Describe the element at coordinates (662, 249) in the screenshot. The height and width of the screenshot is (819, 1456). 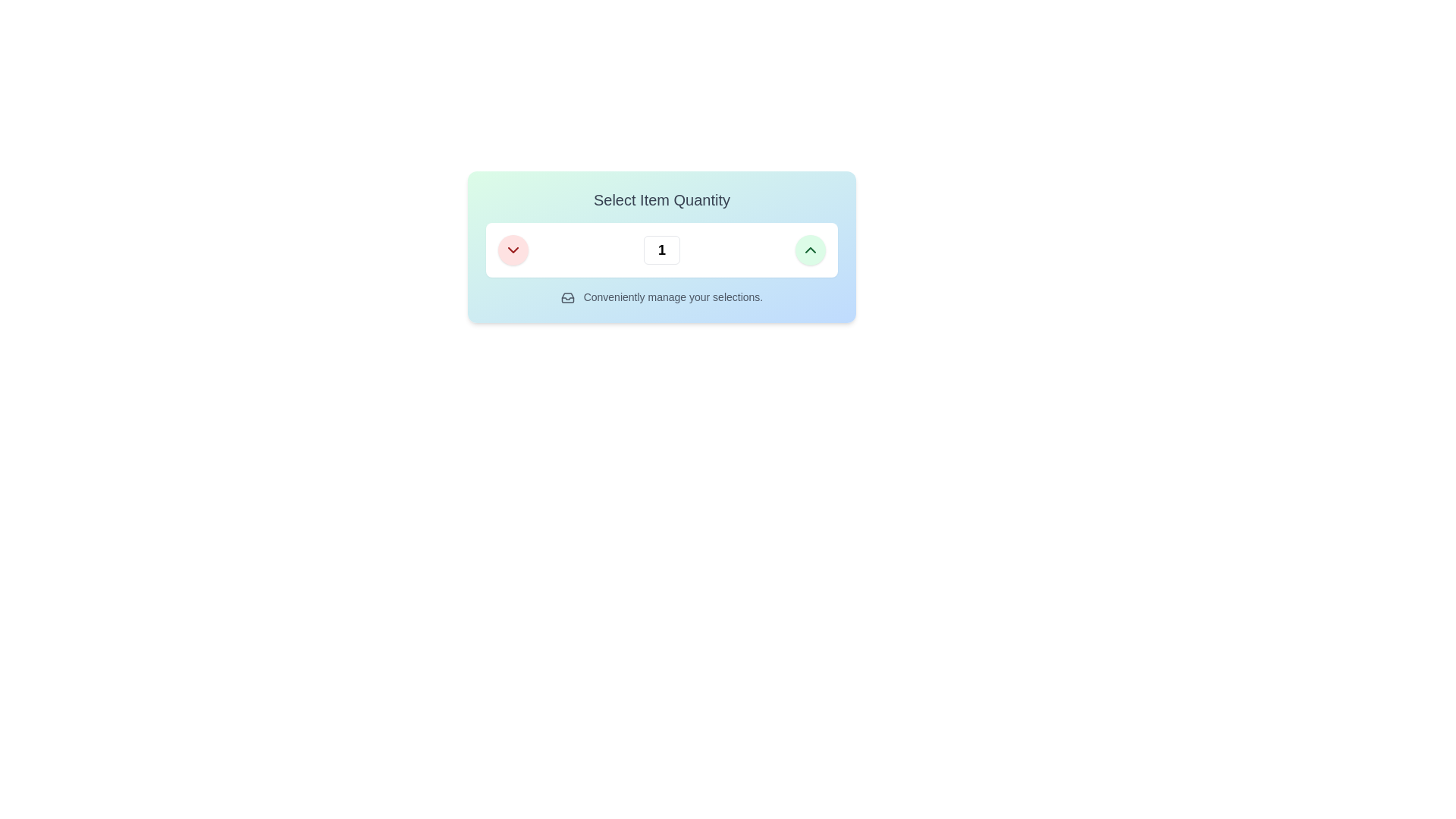
I see `the numeric input field that is styled with a white background, bordered with a gray outline, and contains the number '1' centered within it` at that location.